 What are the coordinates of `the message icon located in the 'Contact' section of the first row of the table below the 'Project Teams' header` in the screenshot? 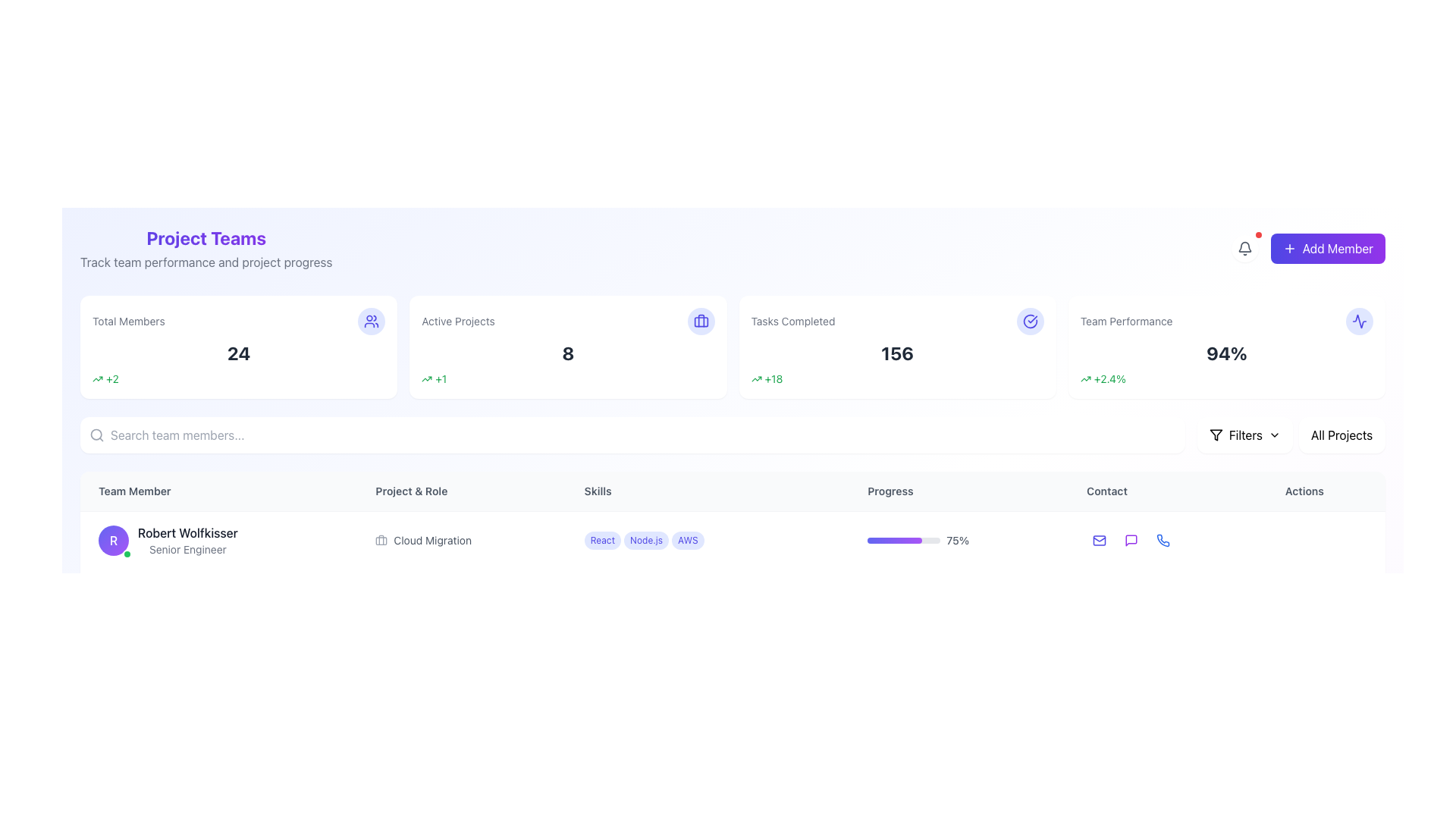 It's located at (1131, 540).